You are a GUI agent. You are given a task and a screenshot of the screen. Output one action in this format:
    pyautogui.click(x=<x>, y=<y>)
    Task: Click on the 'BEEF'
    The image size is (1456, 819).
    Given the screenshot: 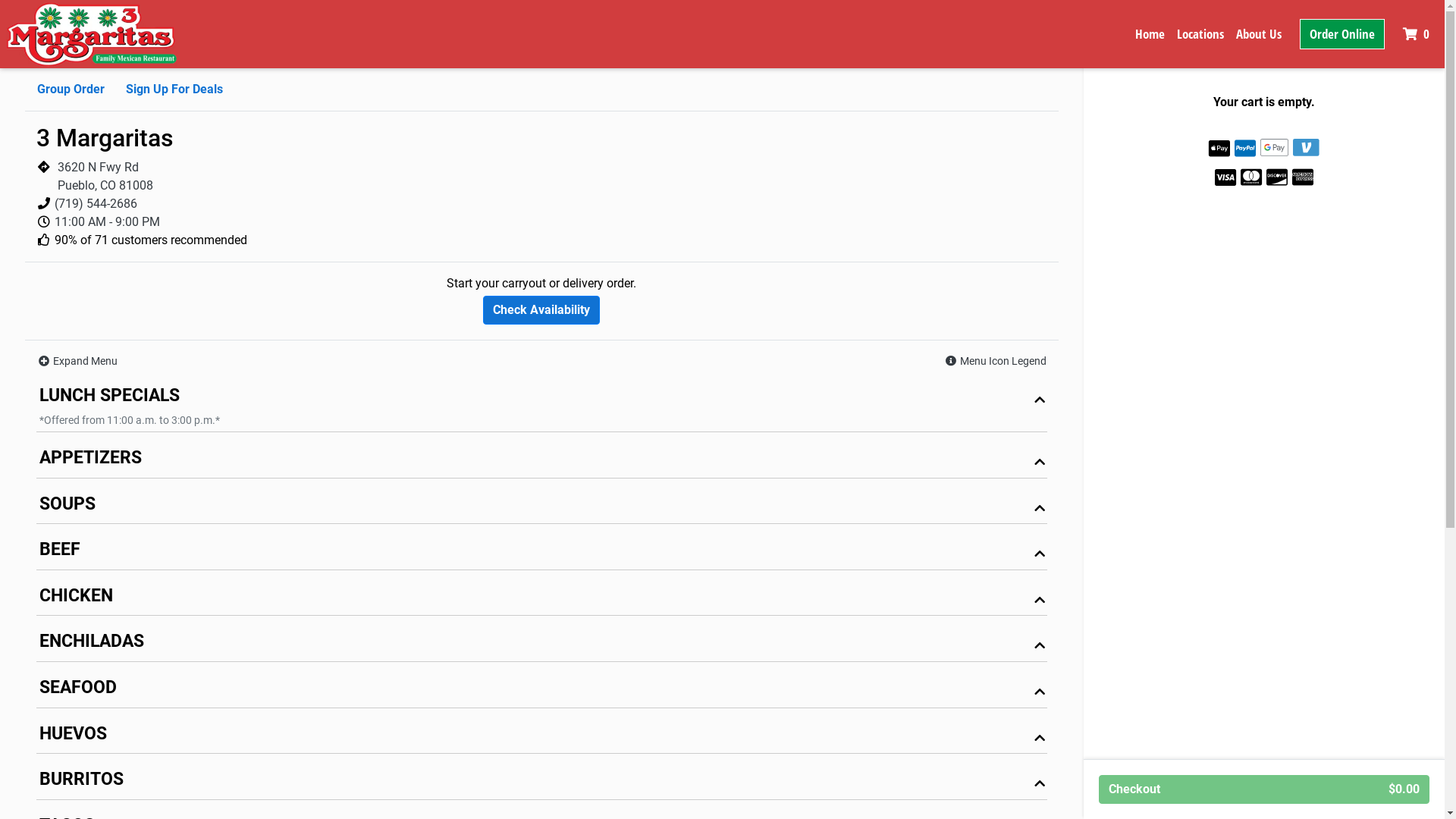 What is the action you would take?
    pyautogui.click(x=541, y=553)
    